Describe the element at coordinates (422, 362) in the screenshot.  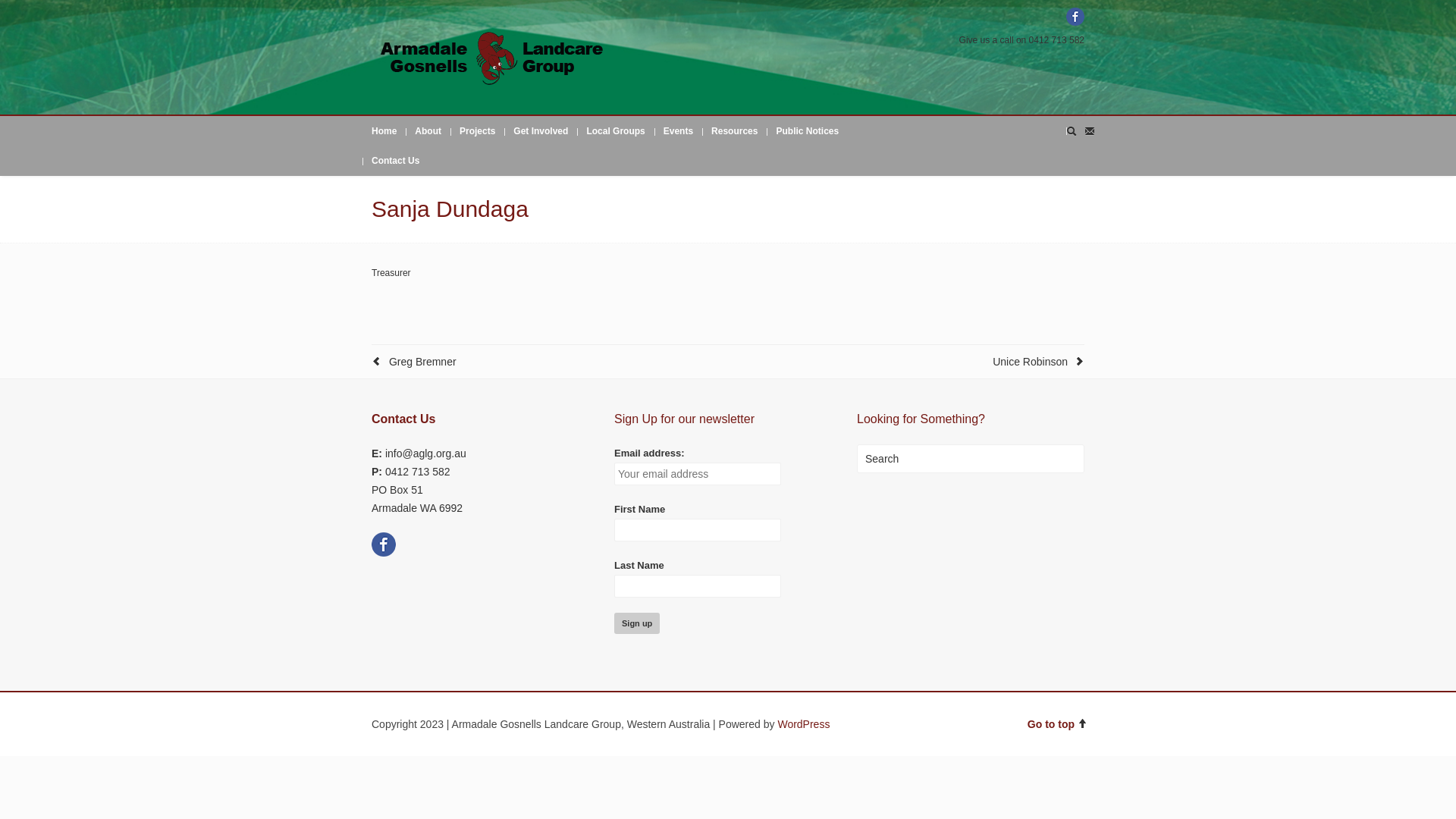
I see `'Greg Bremner'` at that location.